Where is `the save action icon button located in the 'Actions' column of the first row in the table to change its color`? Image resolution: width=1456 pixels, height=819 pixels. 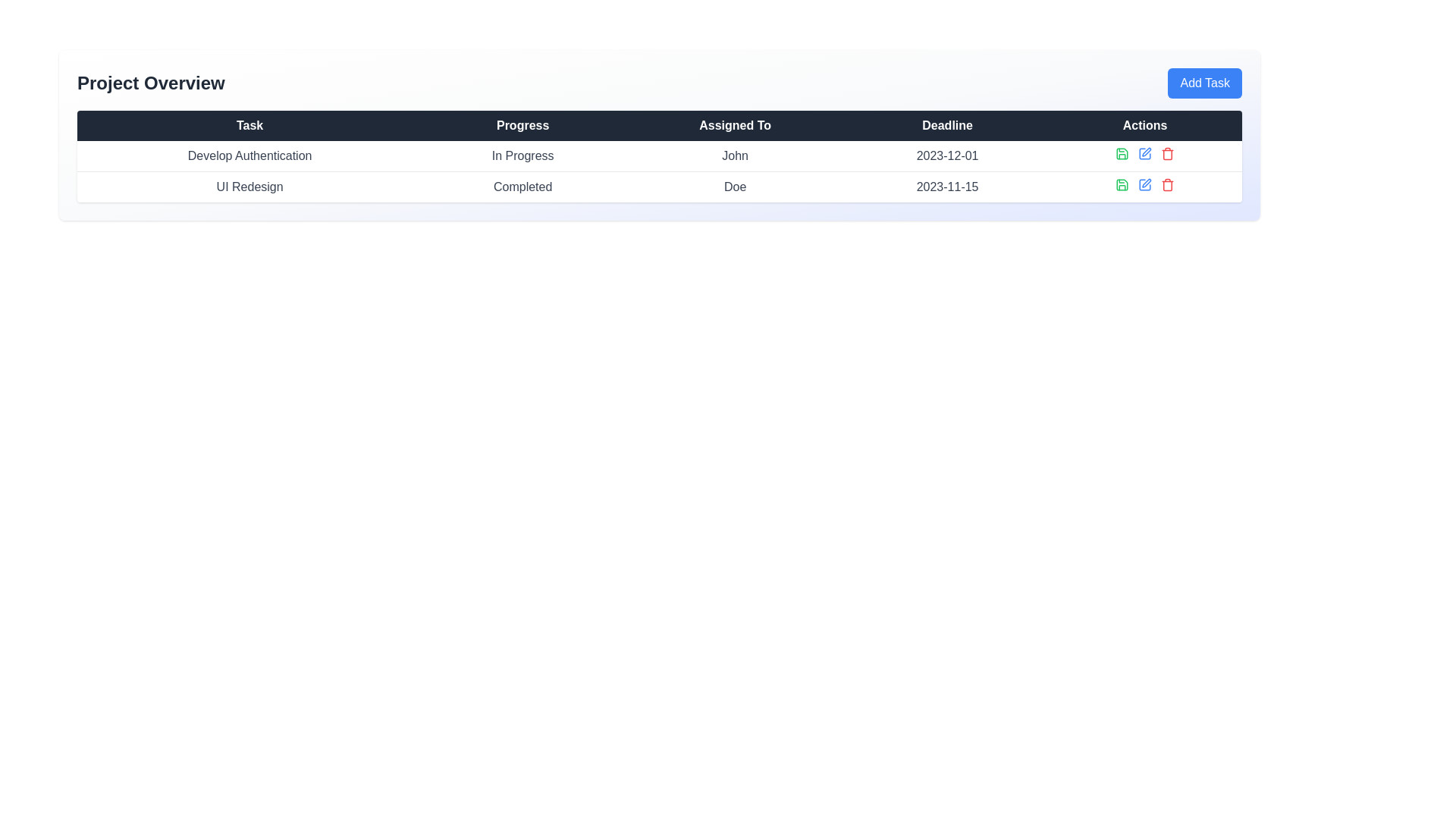 the save action icon button located in the 'Actions' column of the first row in the table to change its color is located at coordinates (1122, 154).